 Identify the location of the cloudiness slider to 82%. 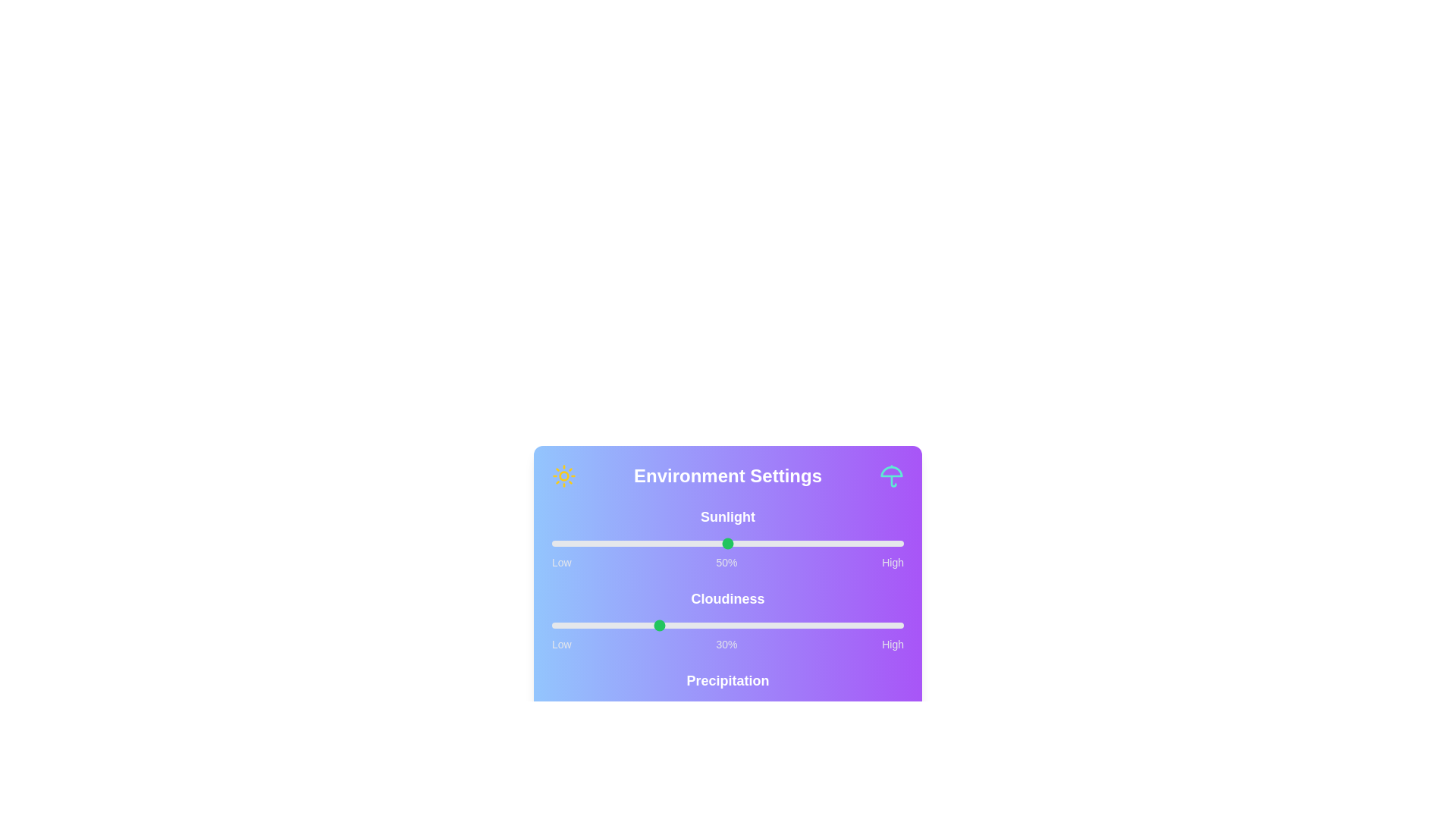
(839, 626).